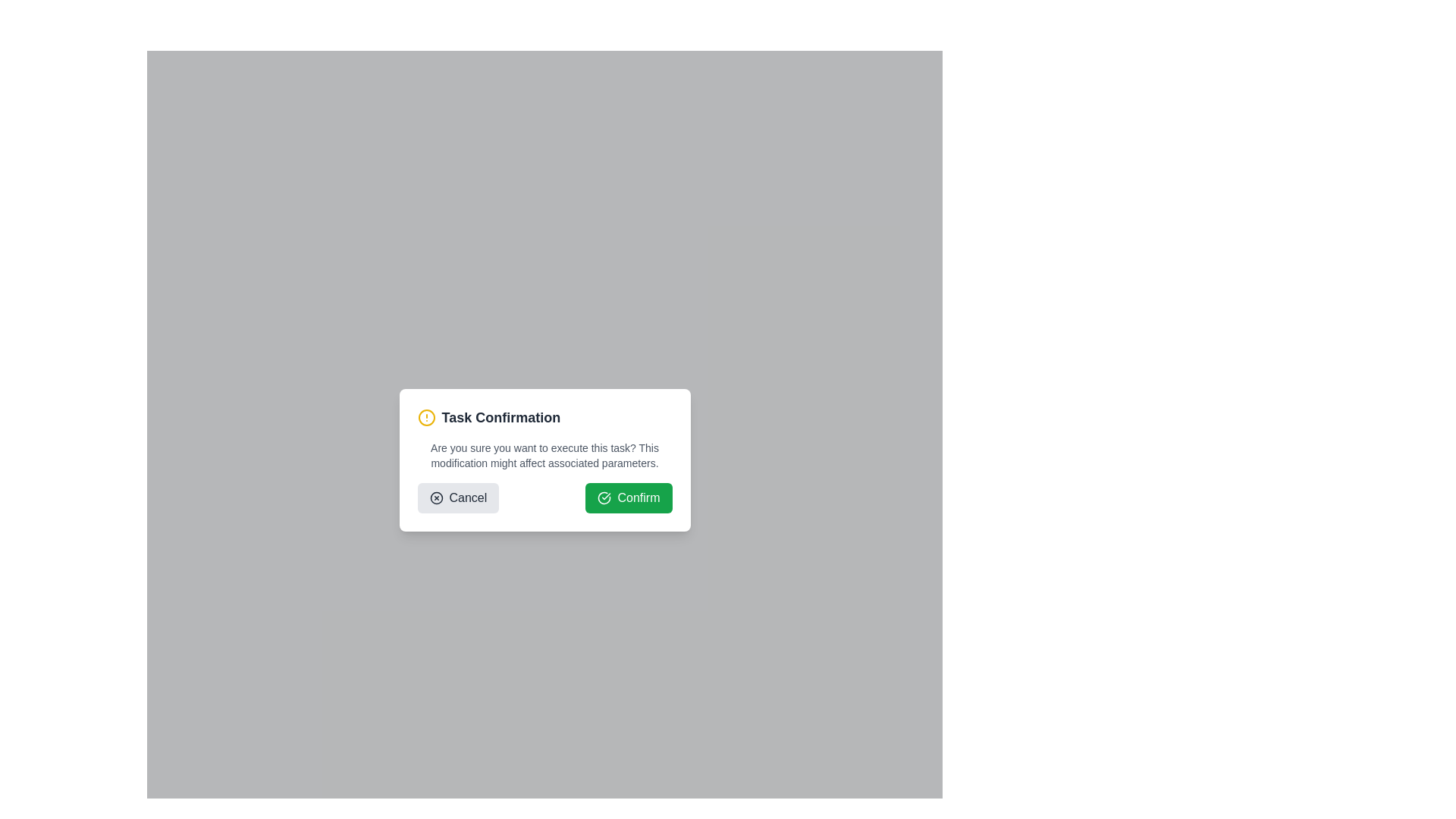  Describe the element at coordinates (629, 497) in the screenshot. I see `the 'Confirm' button with a green background and white text to confirm the action` at that location.